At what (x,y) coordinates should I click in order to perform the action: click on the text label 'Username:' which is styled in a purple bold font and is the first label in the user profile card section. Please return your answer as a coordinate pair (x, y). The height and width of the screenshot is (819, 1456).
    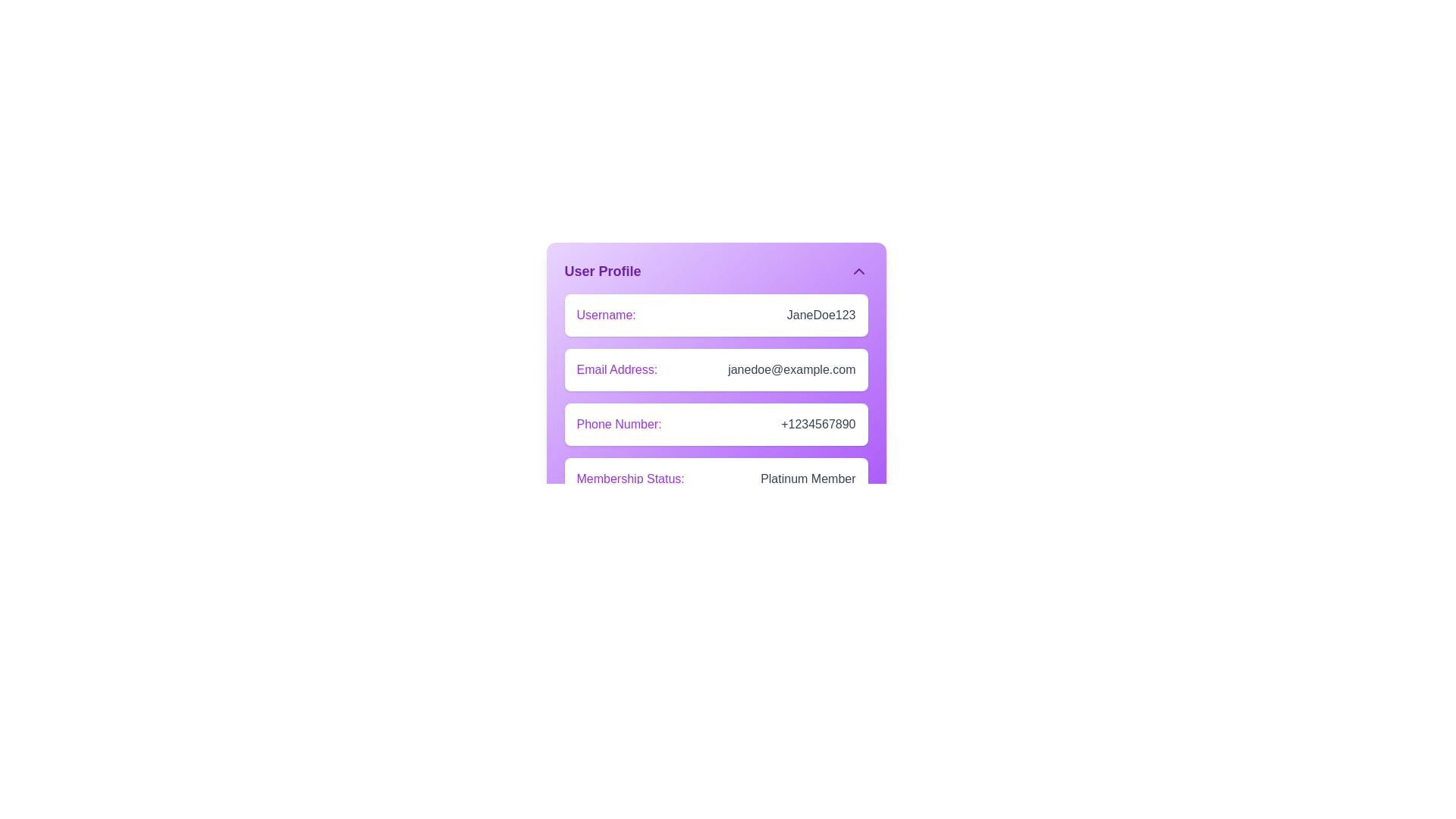
    Looking at the image, I should click on (605, 315).